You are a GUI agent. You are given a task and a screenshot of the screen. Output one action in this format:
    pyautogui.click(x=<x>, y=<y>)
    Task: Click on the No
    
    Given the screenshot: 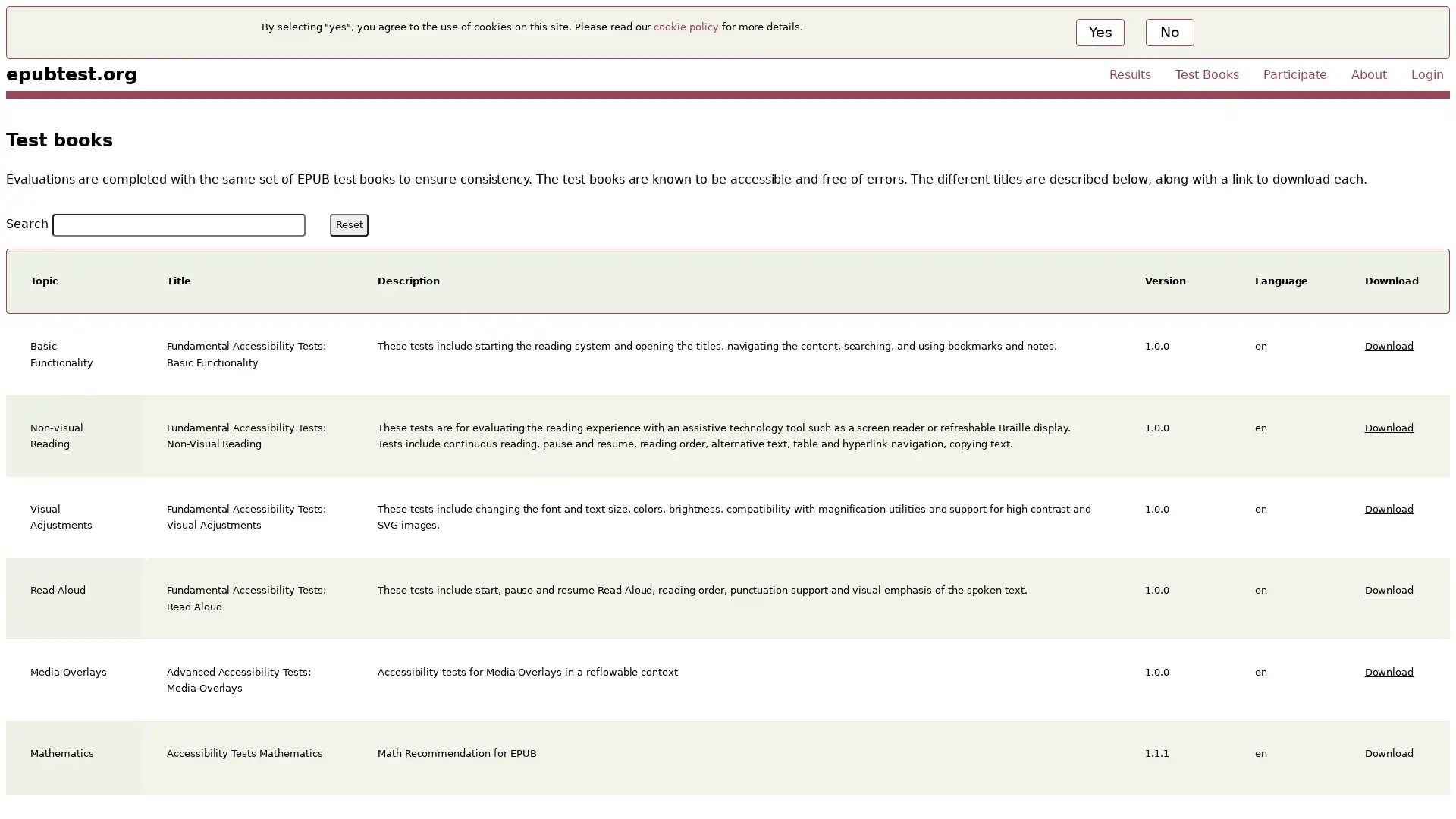 What is the action you would take?
    pyautogui.click(x=1168, y=32)
    